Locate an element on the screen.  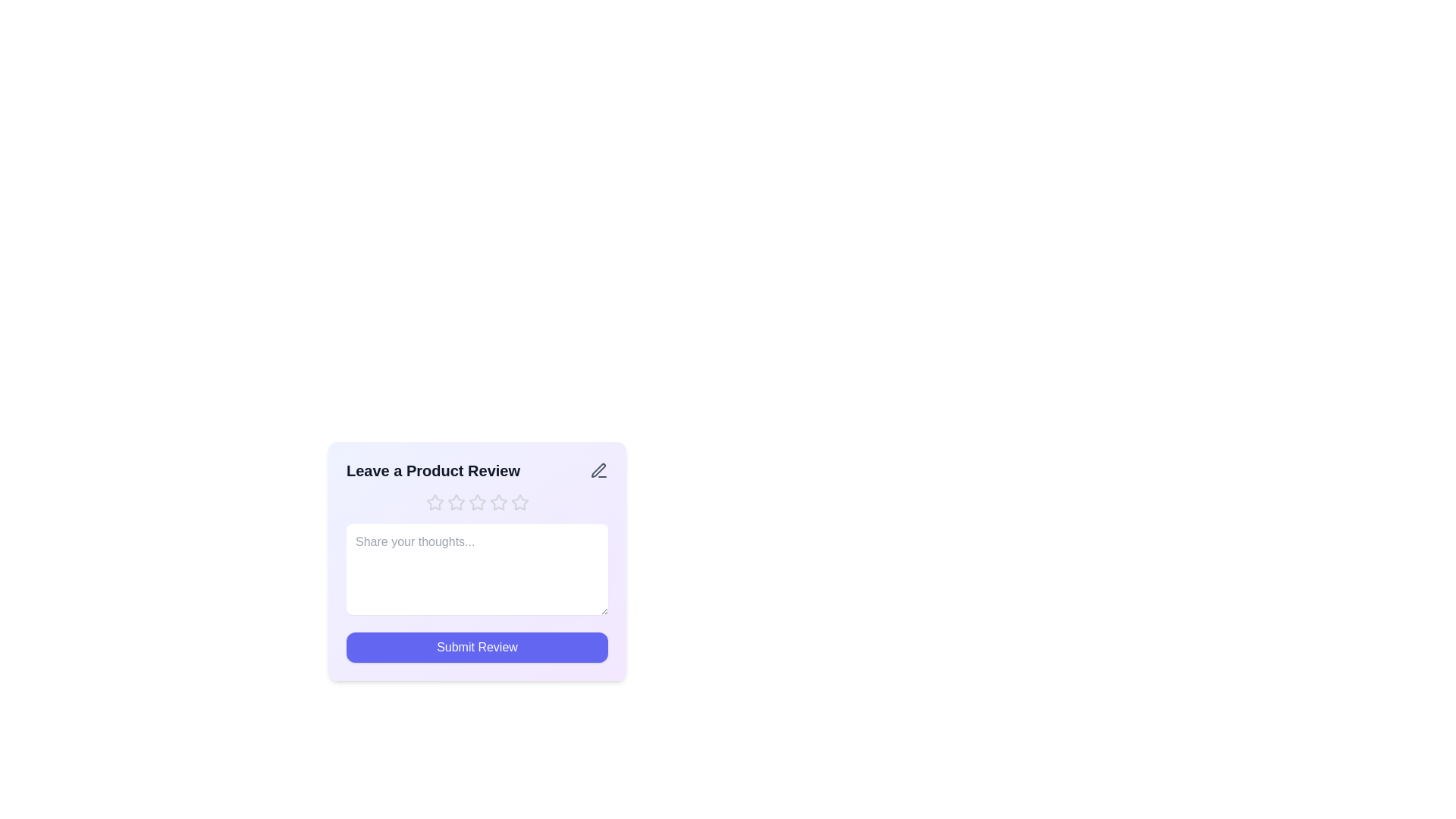
the star corresponding to the rating 3 to set the rating is located at coordinates (476, 503).